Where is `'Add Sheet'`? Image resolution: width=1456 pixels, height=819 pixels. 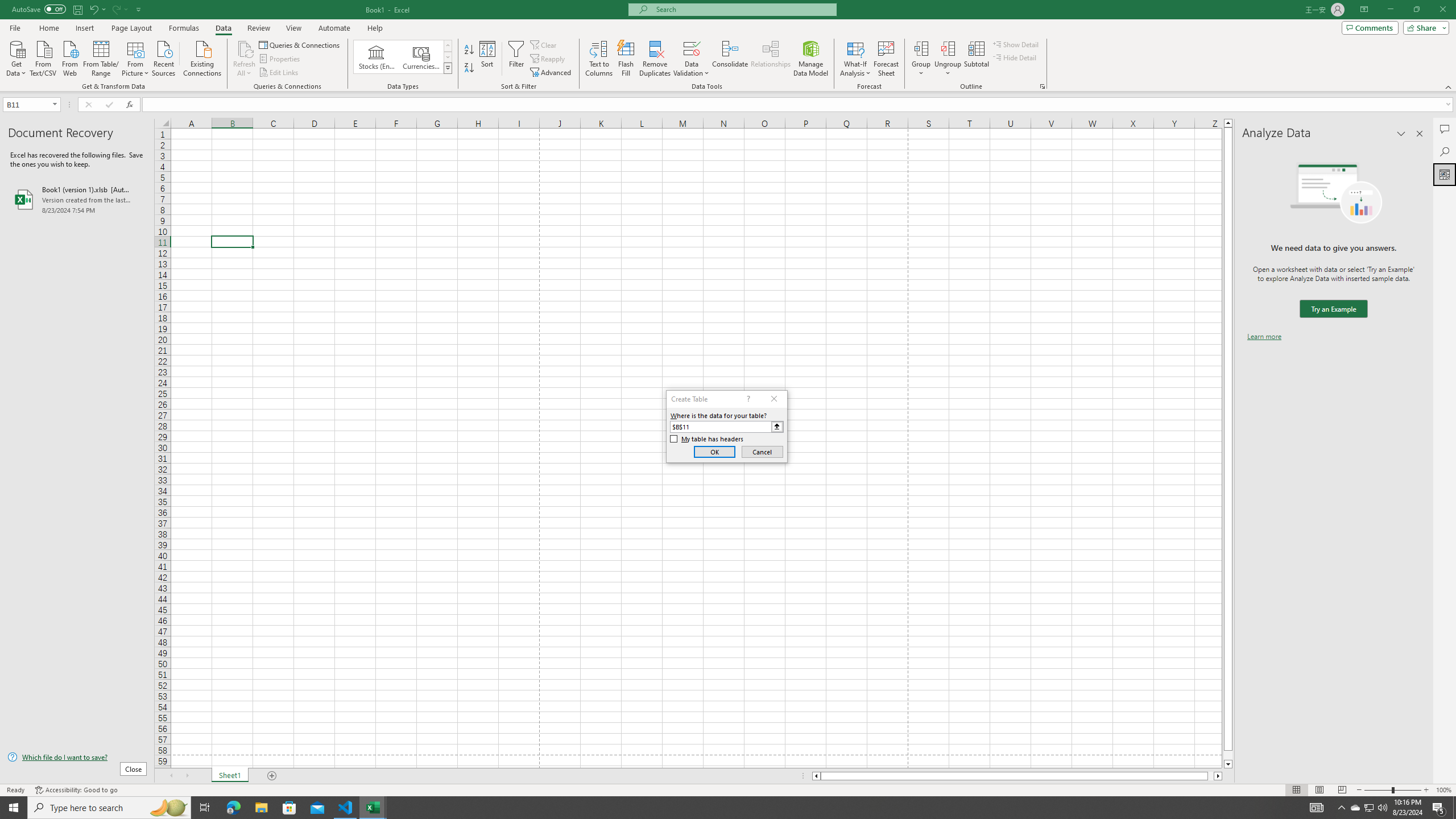 'Add Sheet' is located at coordinates (273, 775).